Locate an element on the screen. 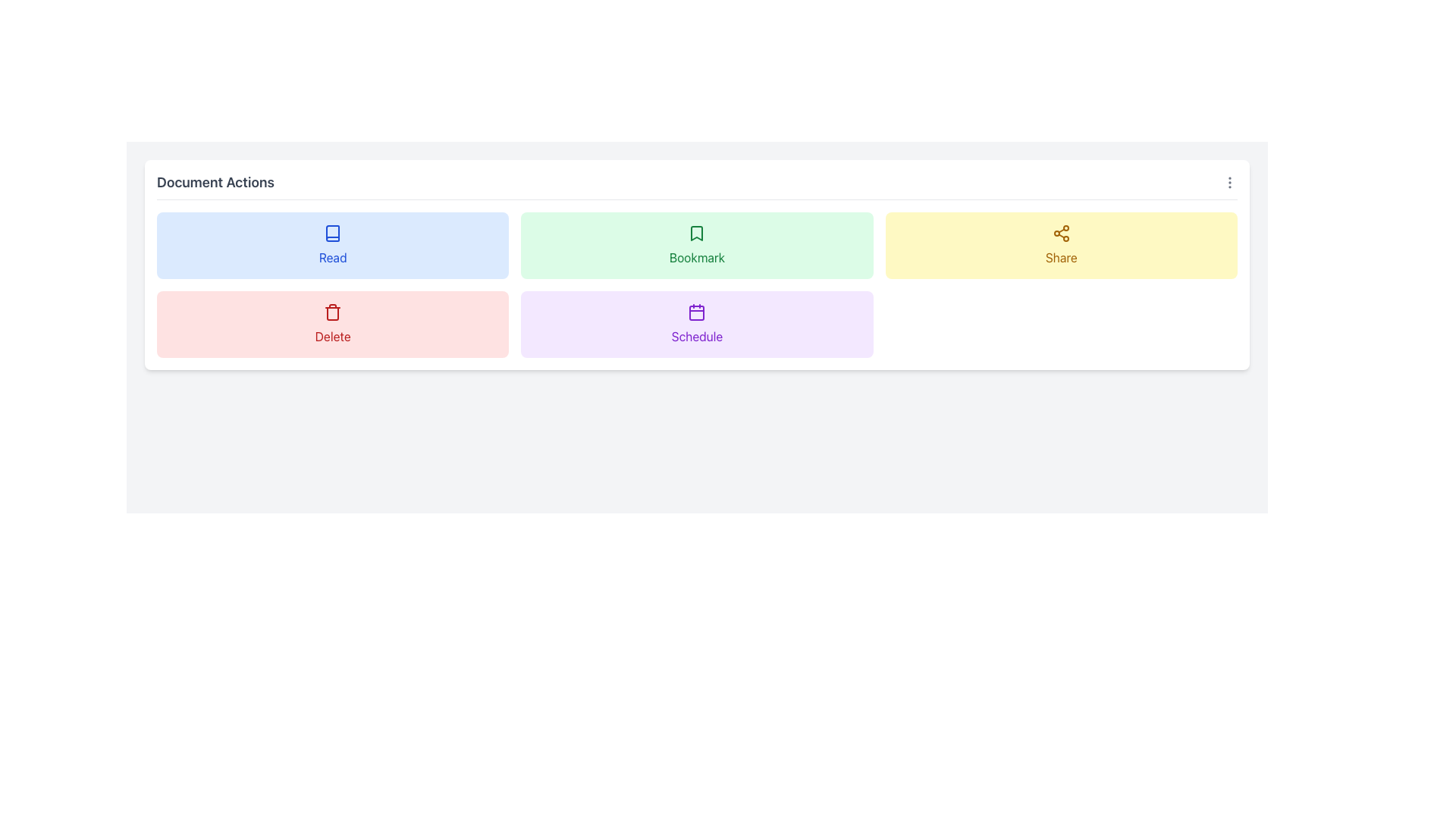 The width and height of the screenshot is (1456, 819). the red trashcan icon located centrally inside the 'Delete' button is located at coordinates (332, 312).